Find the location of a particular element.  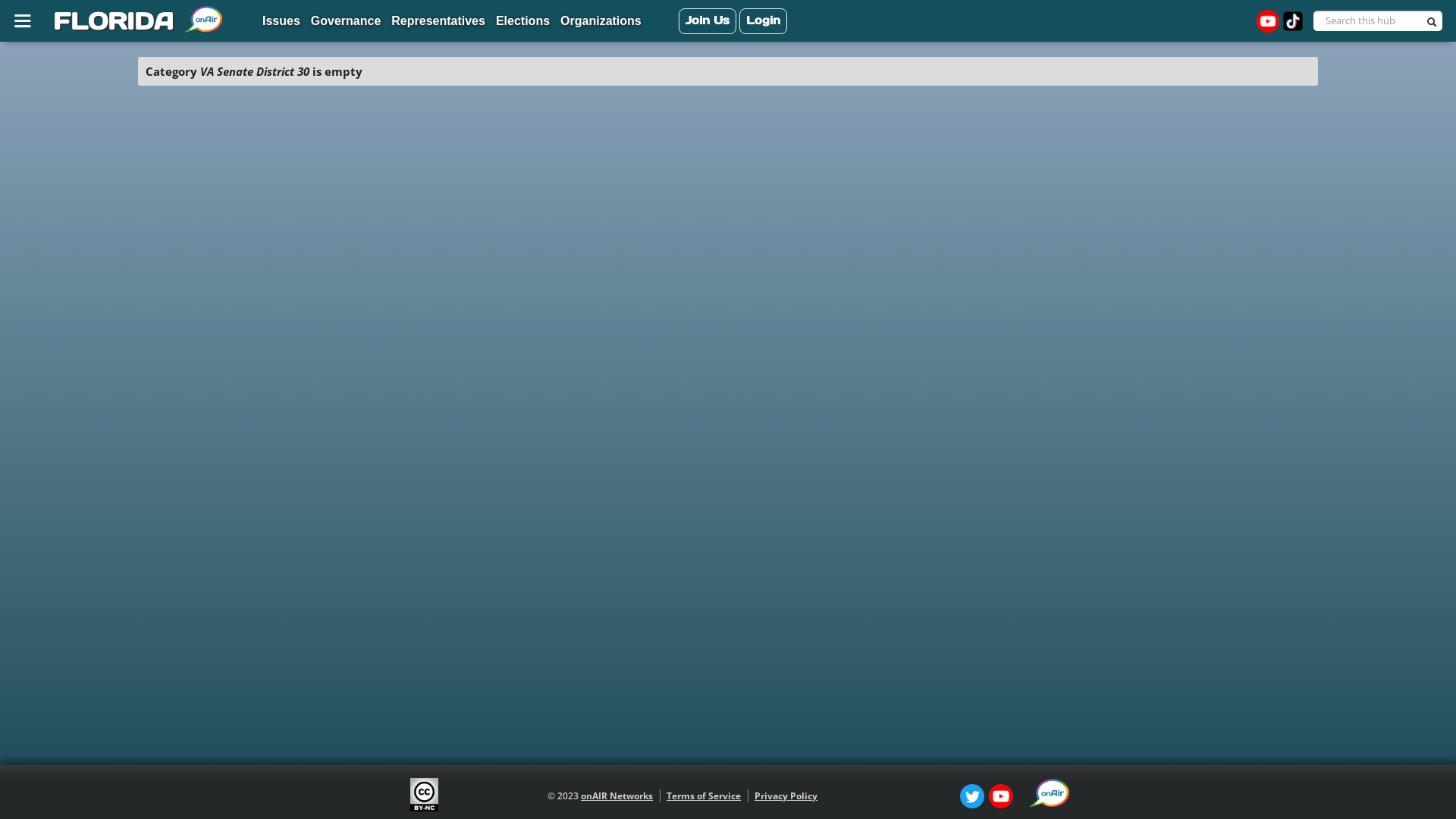

'Join Us' is located at coordinates (706, 20).